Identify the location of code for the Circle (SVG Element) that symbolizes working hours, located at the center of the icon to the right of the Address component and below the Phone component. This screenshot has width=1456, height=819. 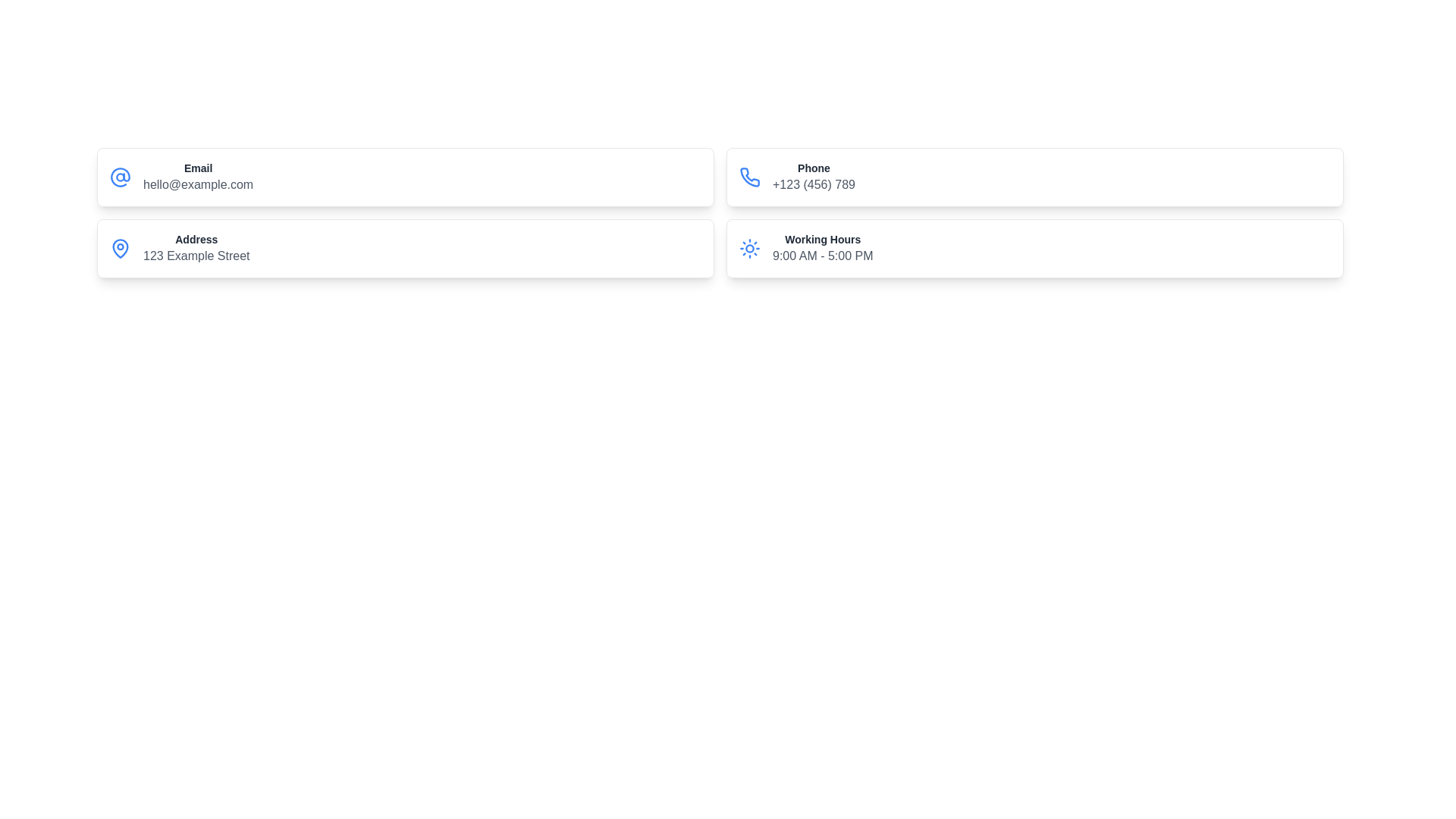
(749, 247).